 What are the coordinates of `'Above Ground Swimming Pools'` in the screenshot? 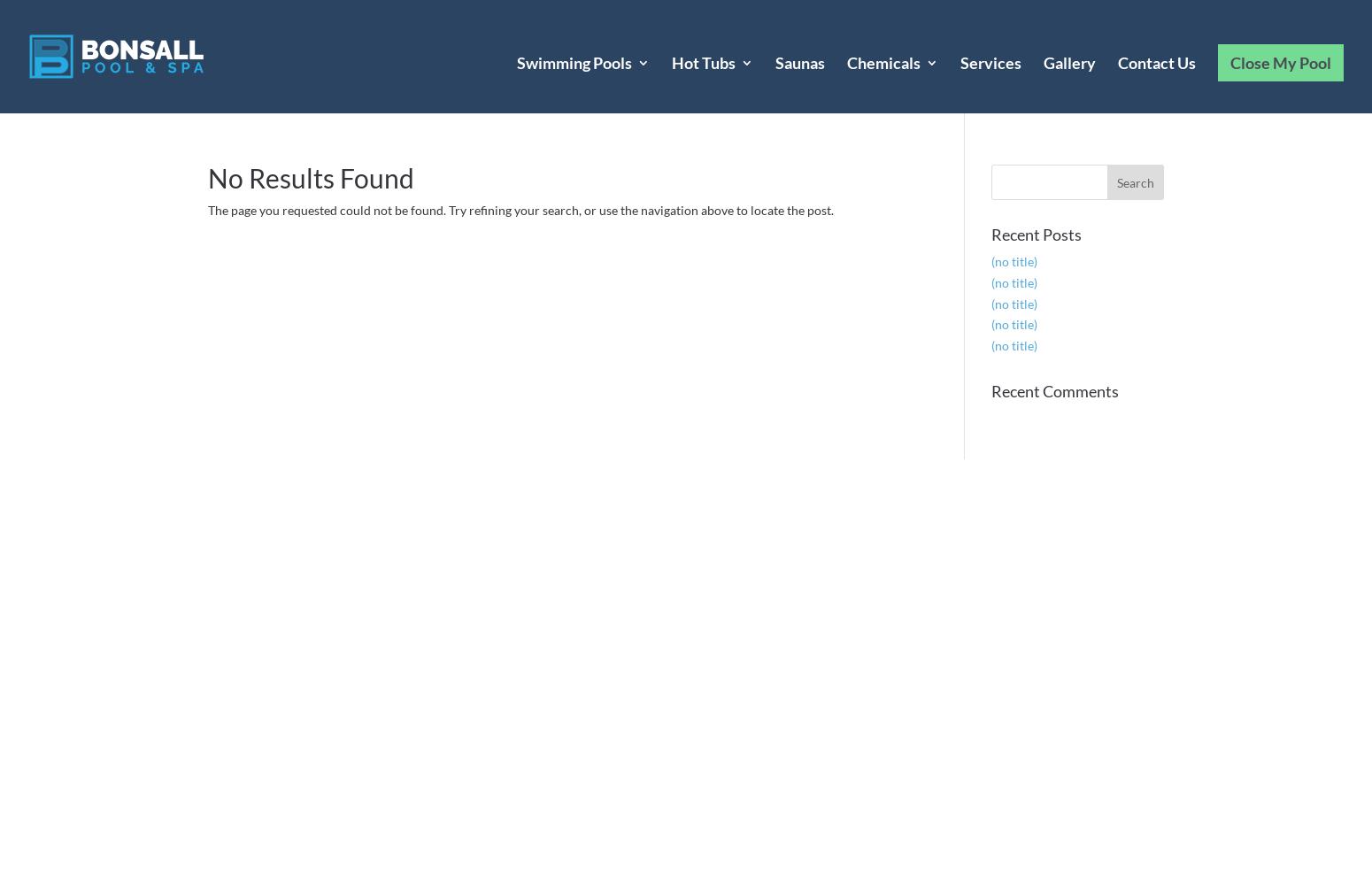 It's located at (608, 224).